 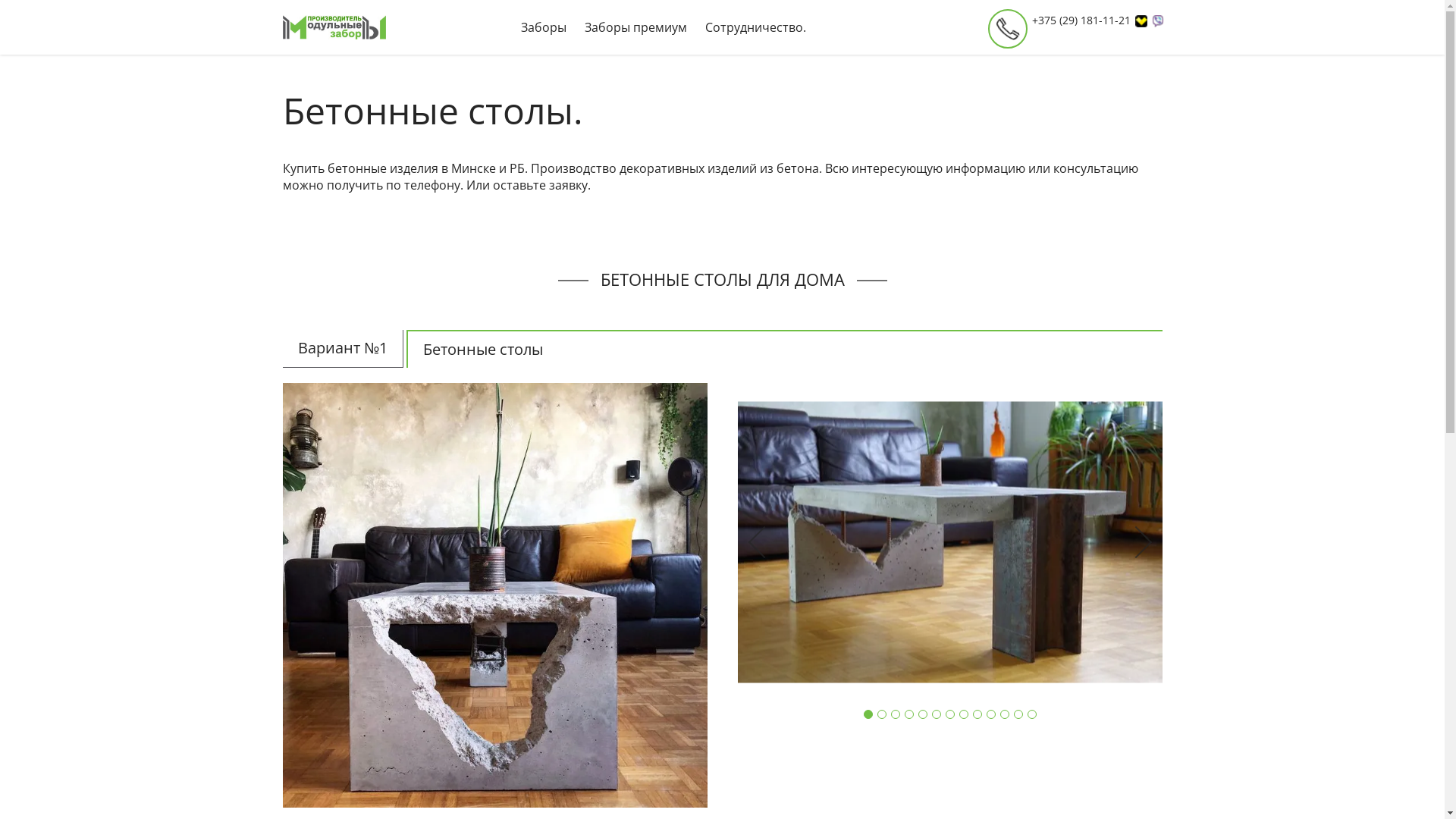 I want to click on '+375 (29) 181-11-21', so click(x=1087, y=20).